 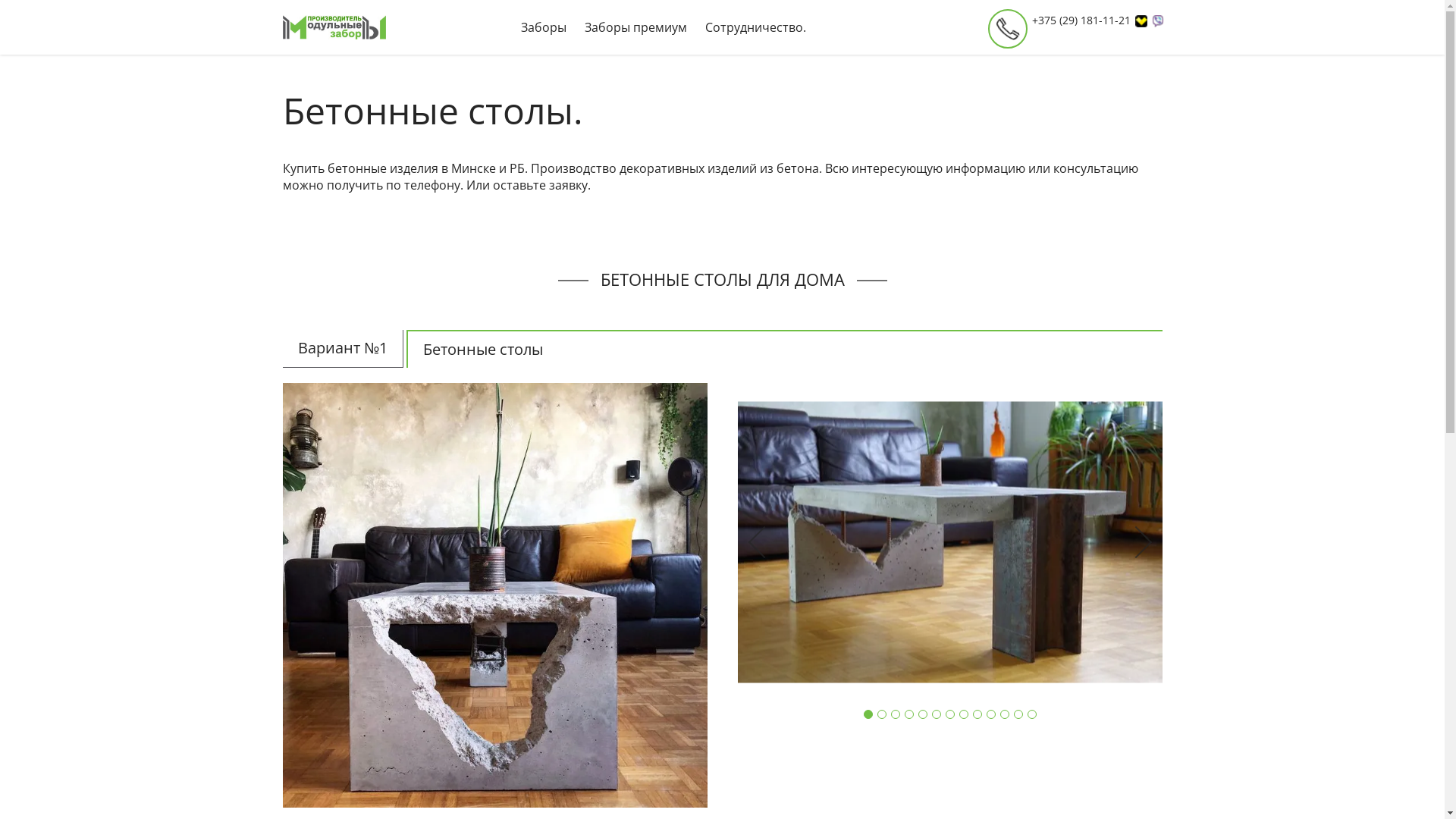 I want to click on '+375 (29) 181-11-21', so click(x=1087, y=20).